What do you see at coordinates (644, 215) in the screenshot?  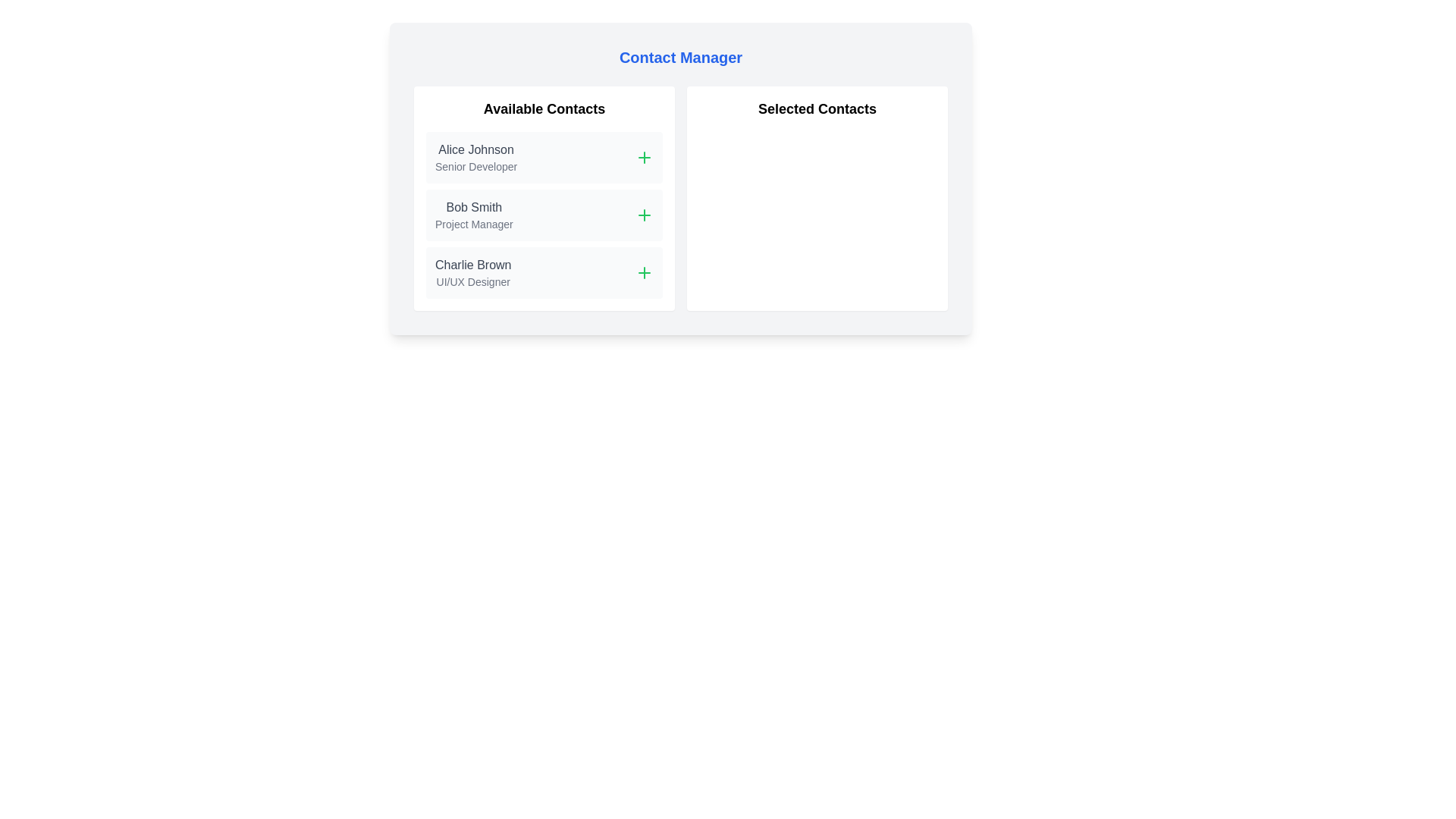 I see `the plus icon button located on the right side of the row containing the contact 'Bob Smith - Project Manager' to invoke the add action` at bounding box center [644, 215].